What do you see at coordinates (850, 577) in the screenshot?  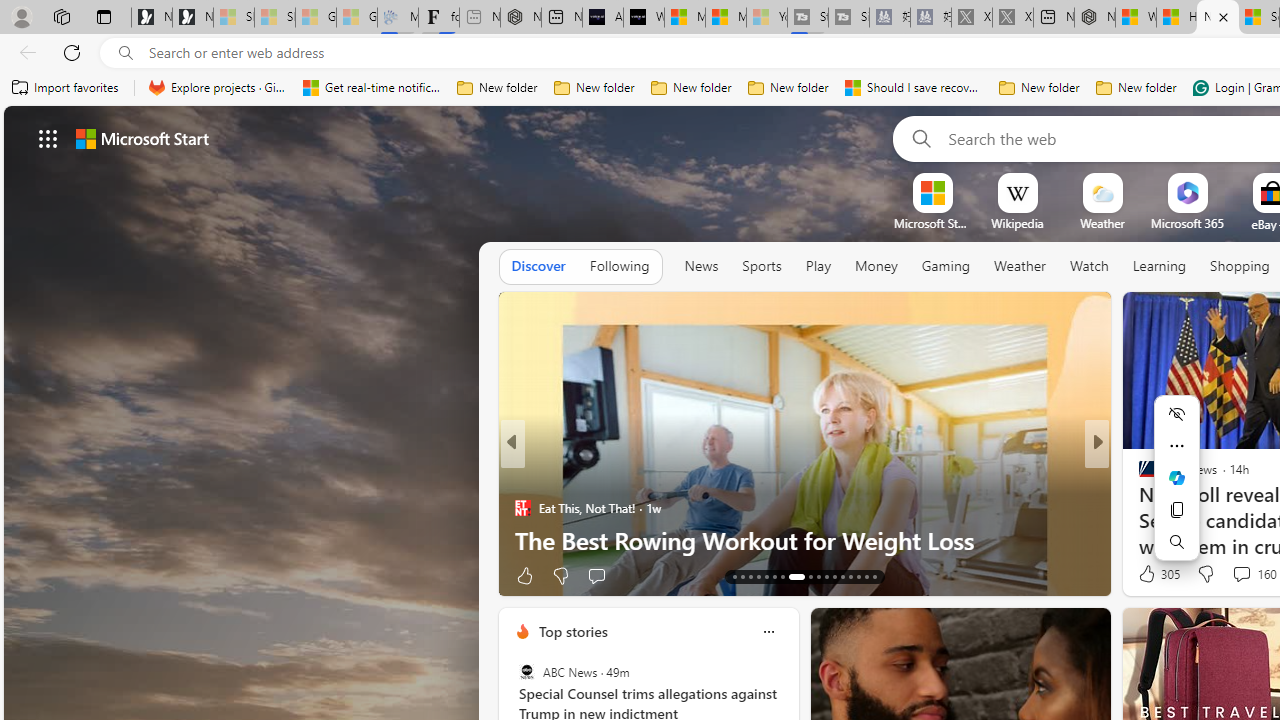 I see `'AutomationID: tab-40'` at bounding box center [850, 577].